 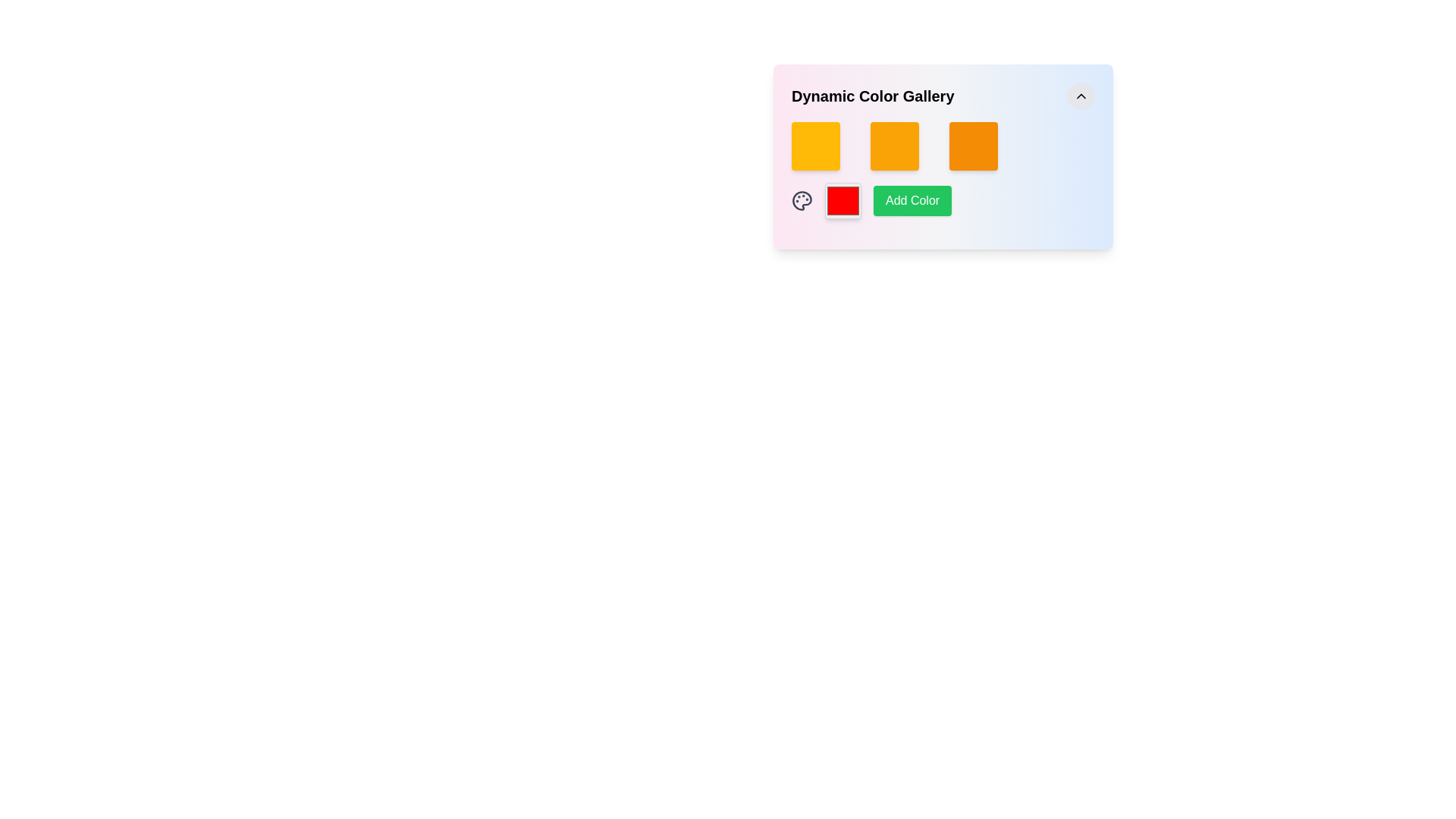 What do you see at coordinates (973, 146) in the screenshot?
I see `the third square in the row of four squares within the 'Dynamic Color Gallery' section` at bounding box center [973, 146].